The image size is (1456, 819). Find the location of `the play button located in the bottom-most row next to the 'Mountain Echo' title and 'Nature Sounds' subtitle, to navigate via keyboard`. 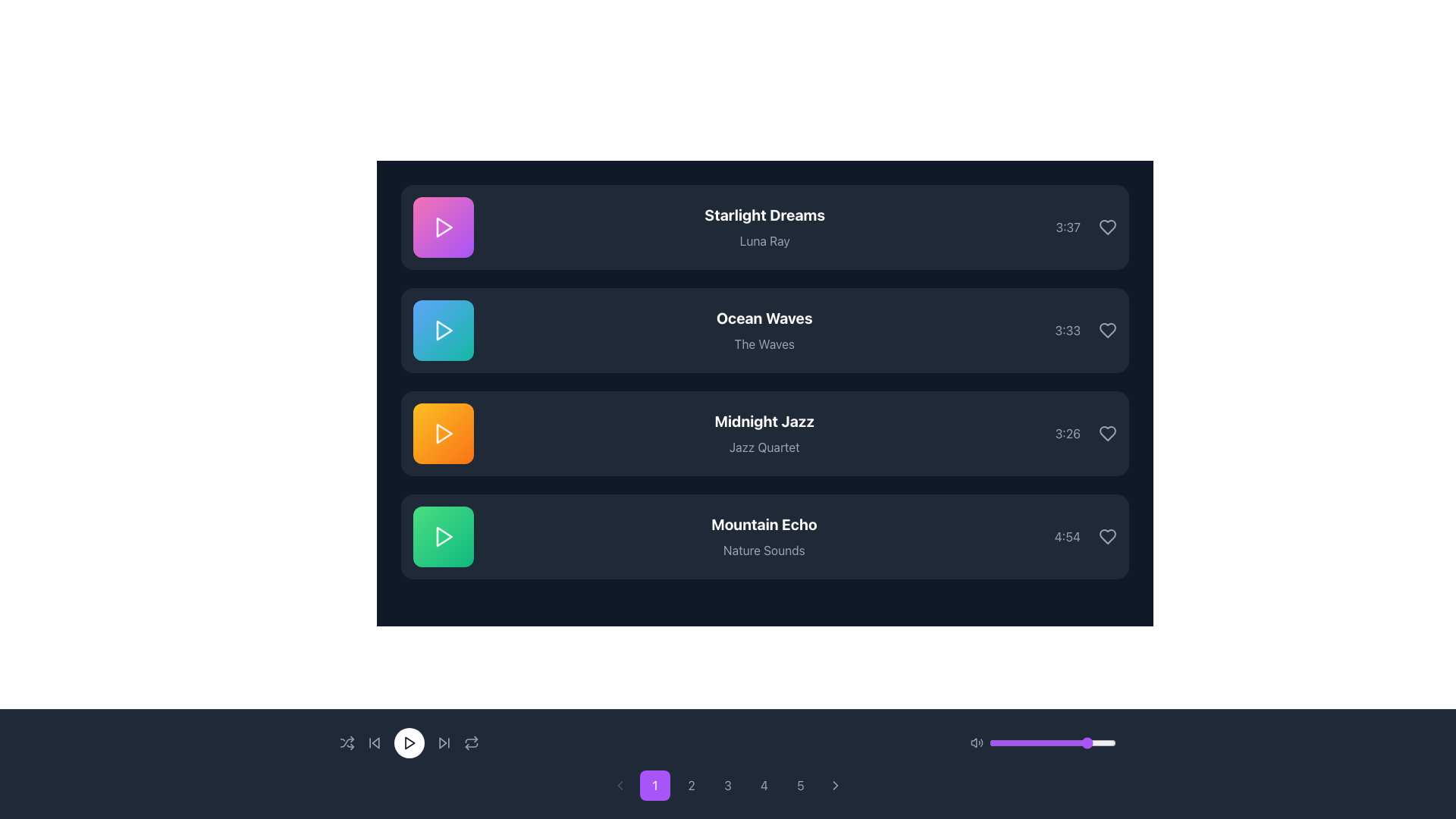

the play button located in the bottom-most row next to the 'Mountain Echo' title and 'Nature Sounds' subtitle, to navigate via keyboard is located at coordinates (443, 536).